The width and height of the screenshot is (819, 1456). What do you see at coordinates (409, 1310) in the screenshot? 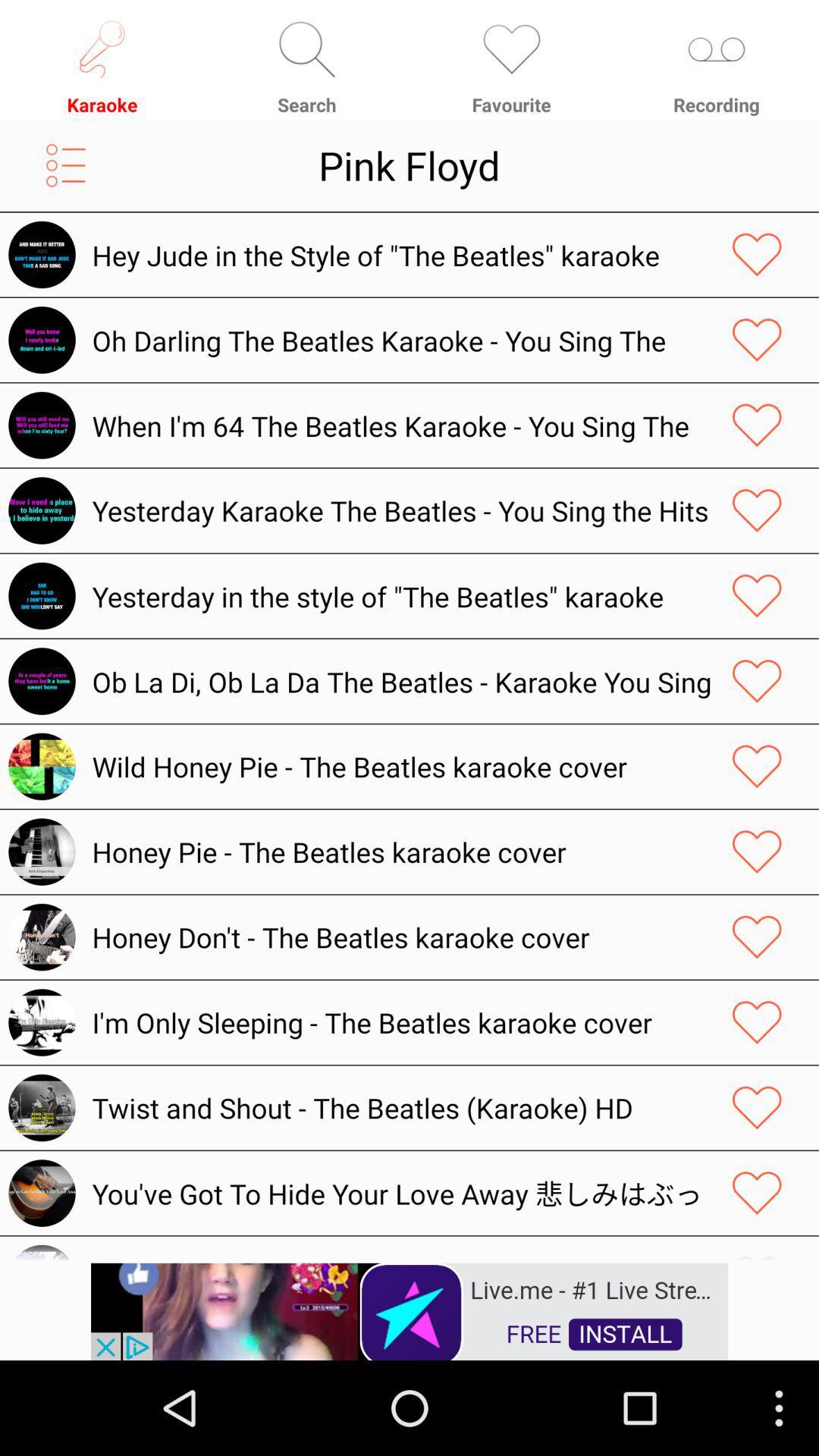
I see `open advertisement` at bounding box center [409, 1310].